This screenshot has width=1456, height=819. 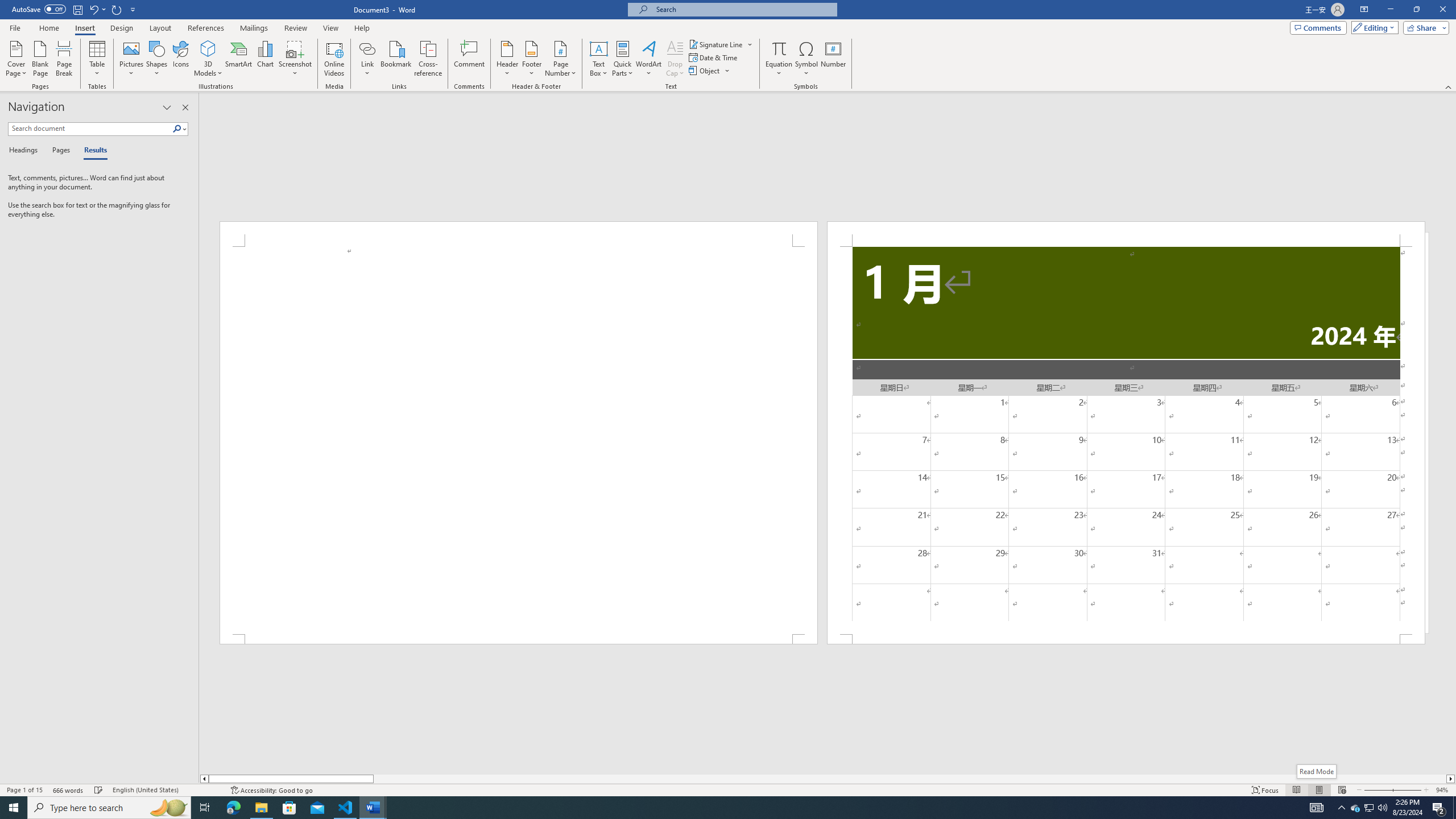 I want to click on 'Language English (United States)', so click(x=165, y=790).